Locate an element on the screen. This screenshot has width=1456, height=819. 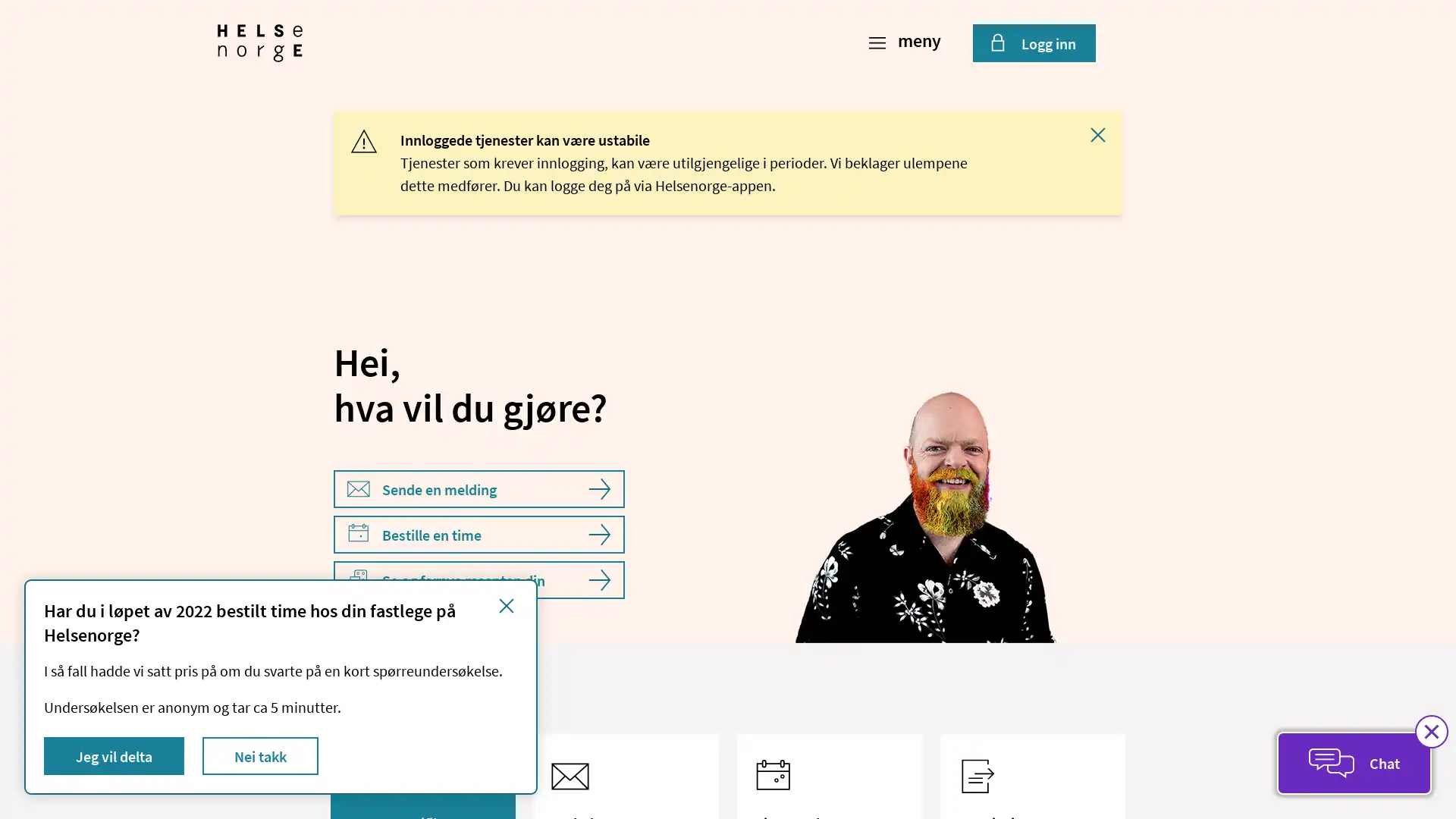
Jeg vil delta is located at coordinates (113, 755).